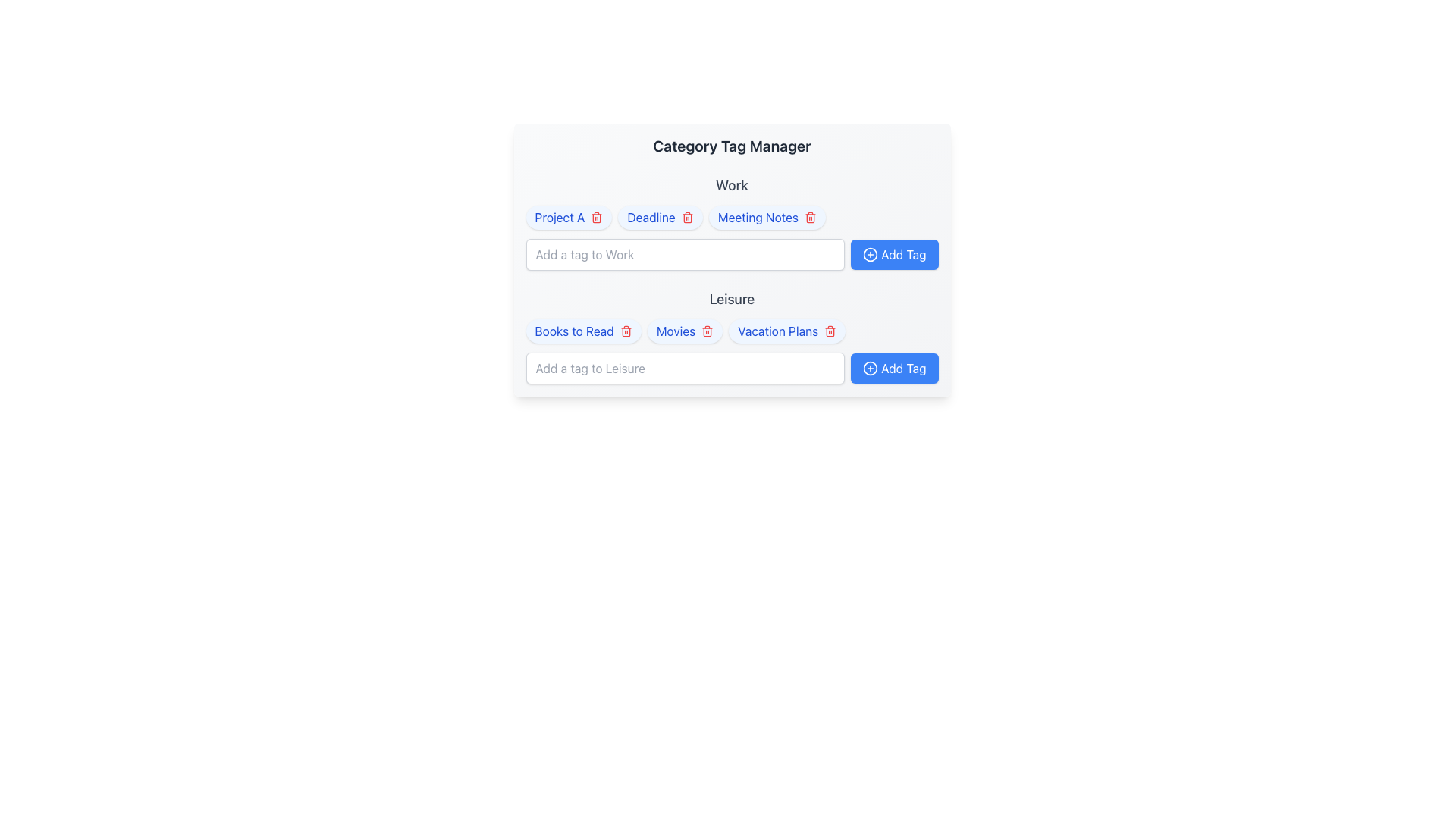 This screenshot has width=1456, height=819. I want to click on the delete icon button located to the right of the 'Project A' label in the 'Work' section of the 'Category Tag Manager' interface, so click(596, 217).